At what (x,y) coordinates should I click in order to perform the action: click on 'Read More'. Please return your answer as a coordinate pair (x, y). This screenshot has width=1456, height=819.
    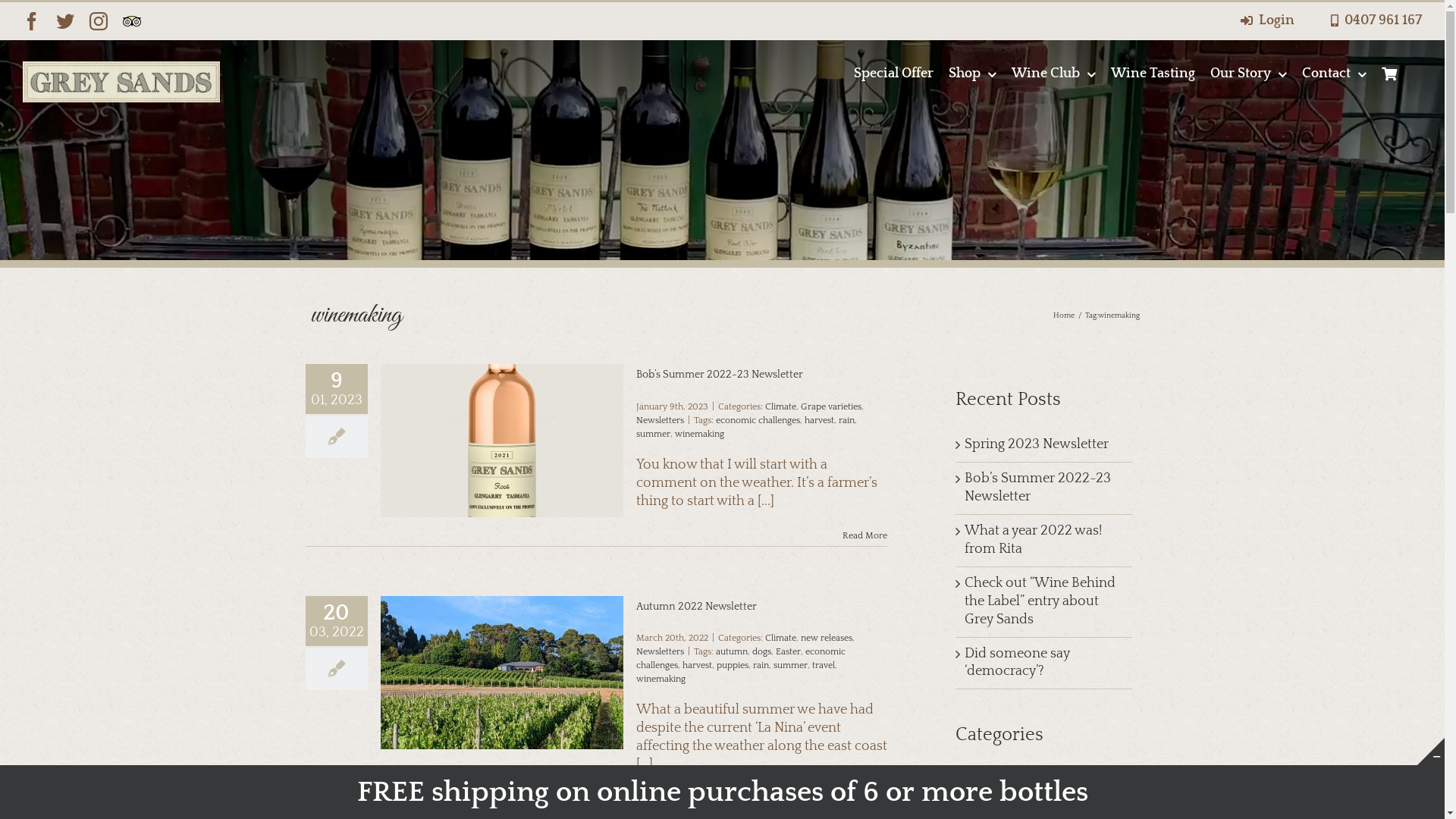
    Looking at the image, I should click on (840, 535).